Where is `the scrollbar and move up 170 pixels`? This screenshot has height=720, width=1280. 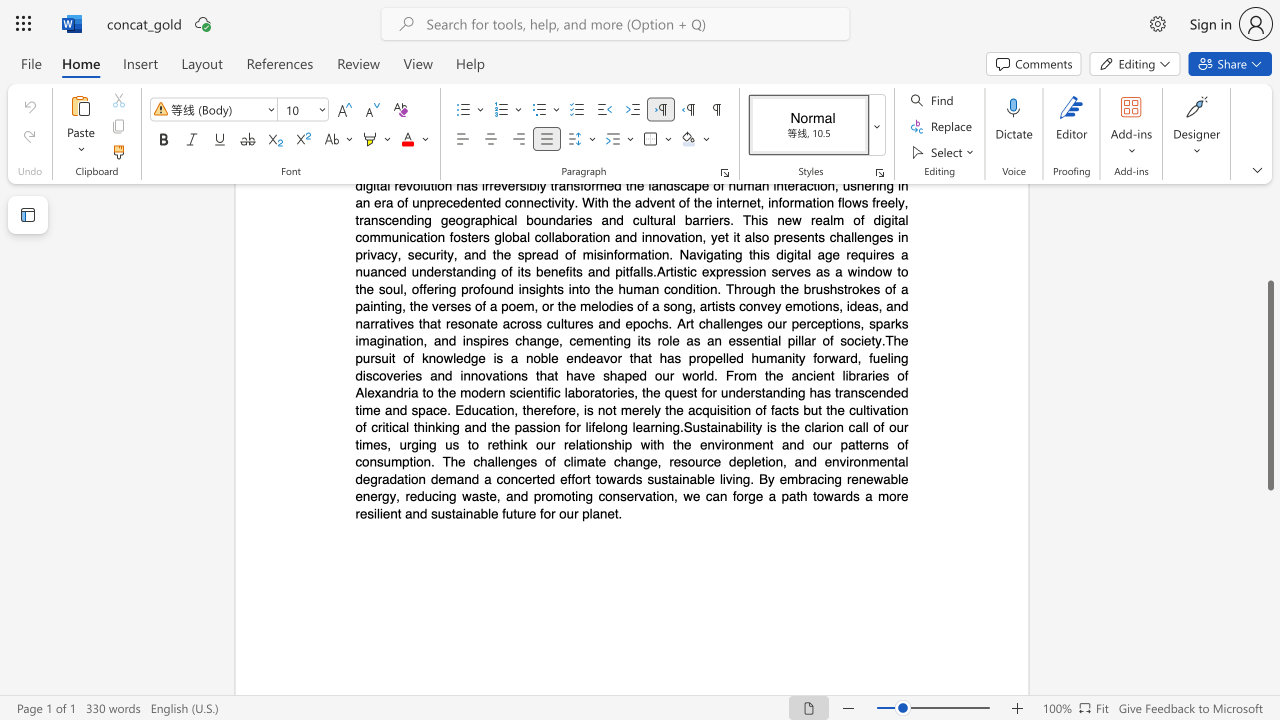
the scrollbar and move up 170 pixels is located at coordinates (1269, 385).